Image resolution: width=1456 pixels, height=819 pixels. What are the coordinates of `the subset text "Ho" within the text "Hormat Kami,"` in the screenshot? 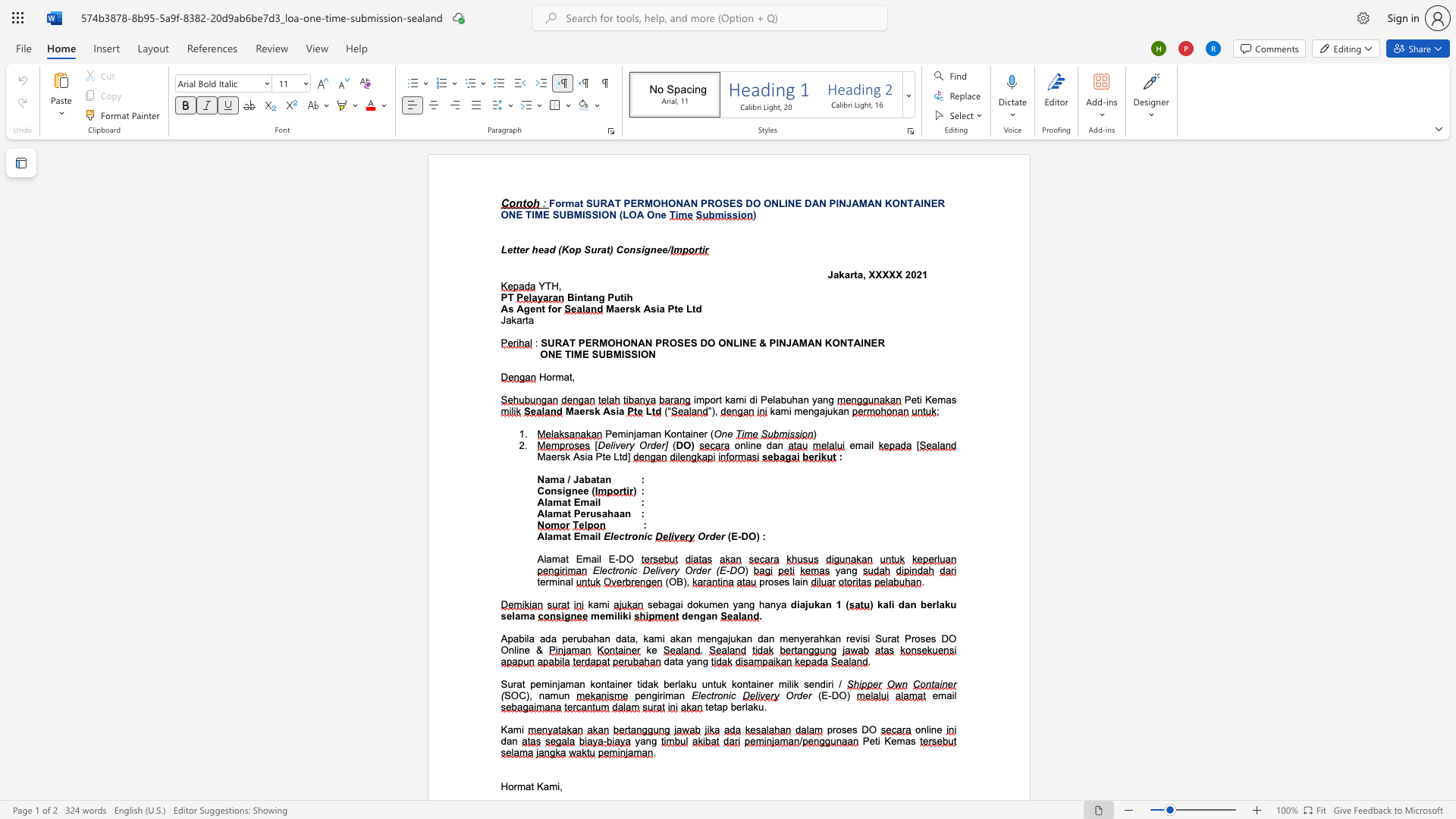 It's located at (500, 786).